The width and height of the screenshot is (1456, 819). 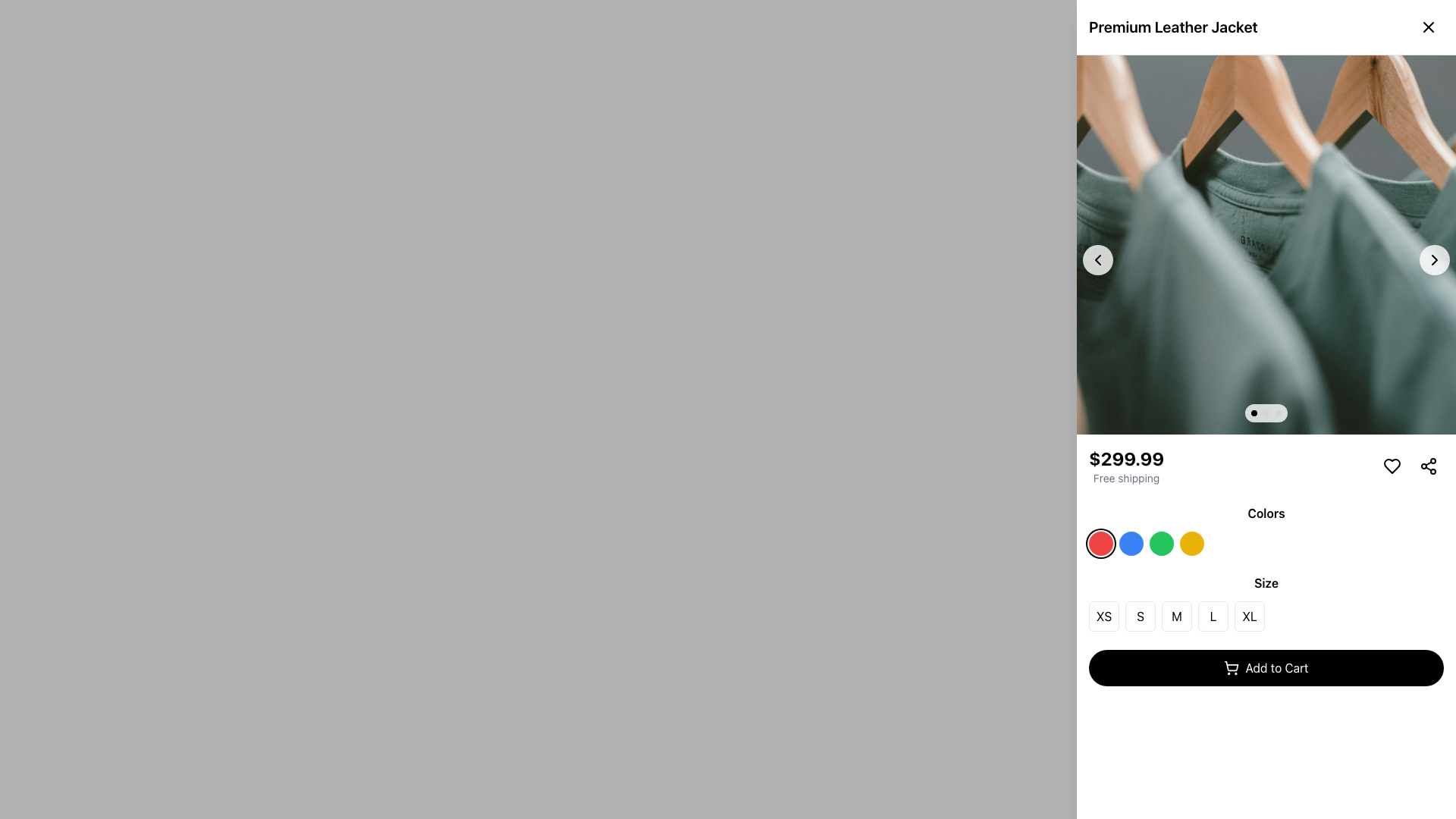 I want to click on the 'Add to Cart' icon located to the left of the button's text, which visually represents the 'Add to Cart' functionality, so click(x=1232, y=667).